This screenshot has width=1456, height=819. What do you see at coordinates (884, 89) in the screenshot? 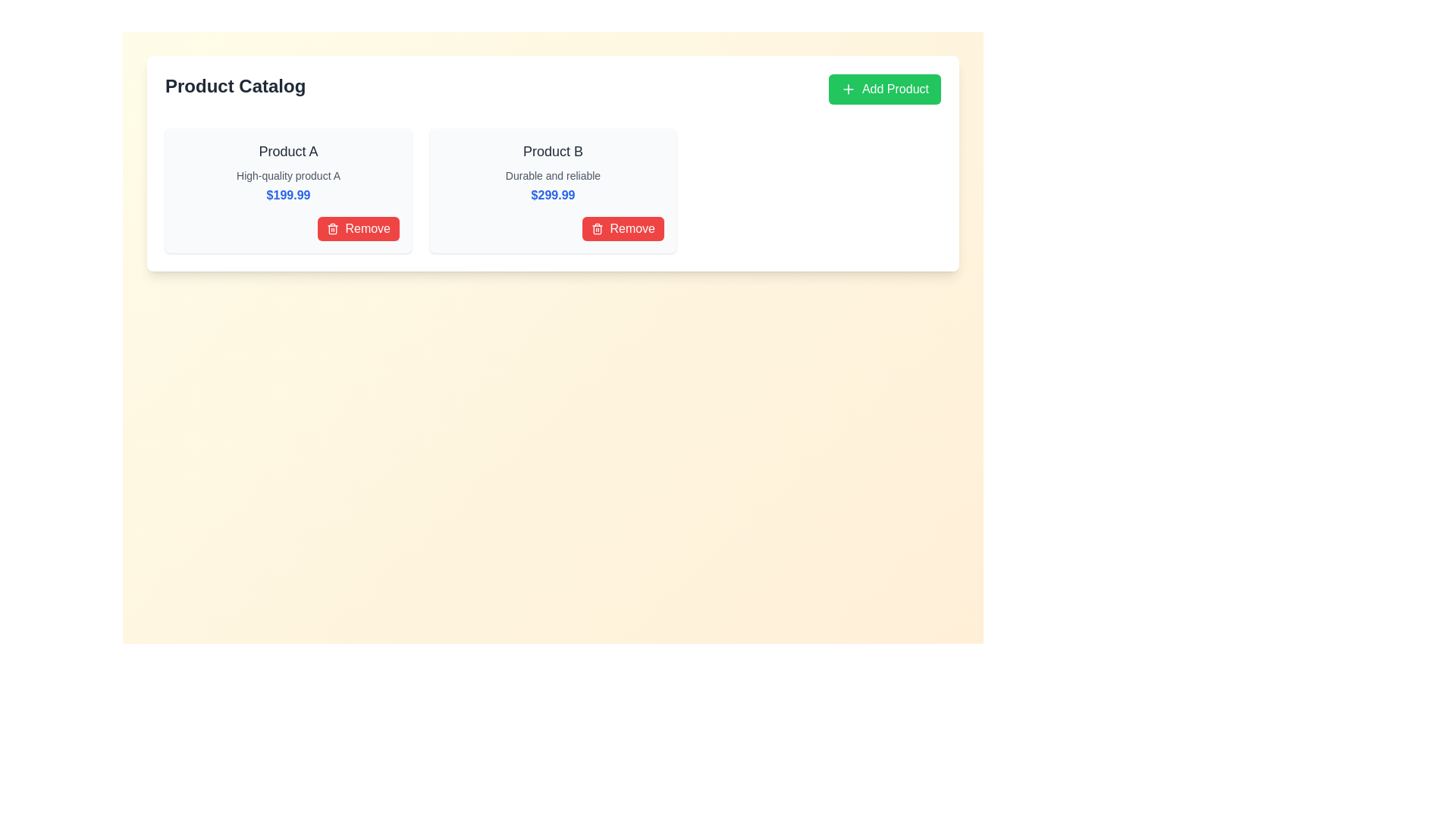
I see `the 'Add Product' button, which has a green background and white text, located in the top-right corner of the header bar labeled 'Product Catalog'` at bounding box center [884, 89].